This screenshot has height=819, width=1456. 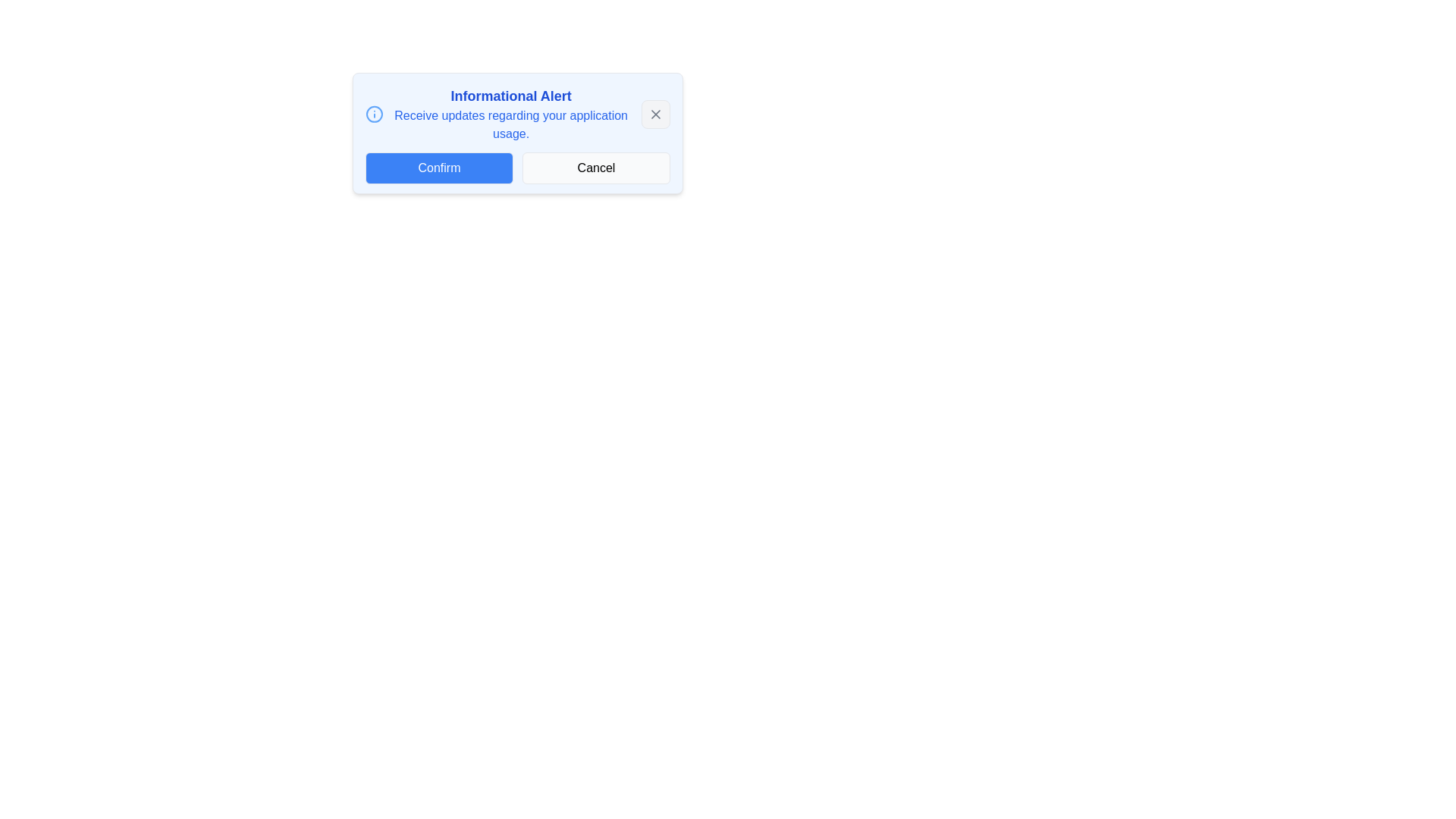 What do you see at coordinates (655, 113) in the screenshot?
I see `the close button located in the top-right corner of the informational alert dialog box` at bounding box center [655, 113].